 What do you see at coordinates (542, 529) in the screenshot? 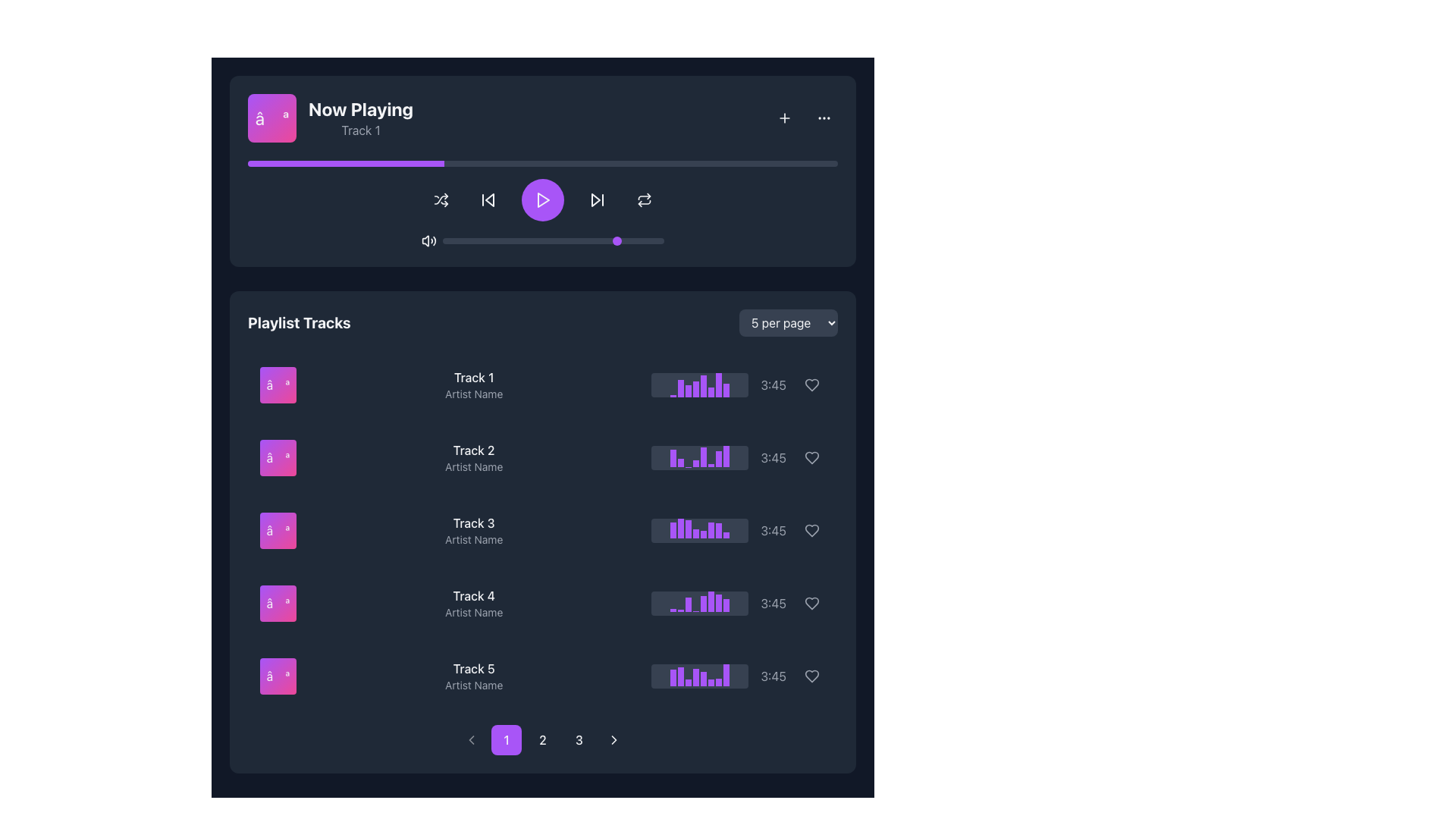
I see `the third track item in the playlist` at bounding box center [542, 529].